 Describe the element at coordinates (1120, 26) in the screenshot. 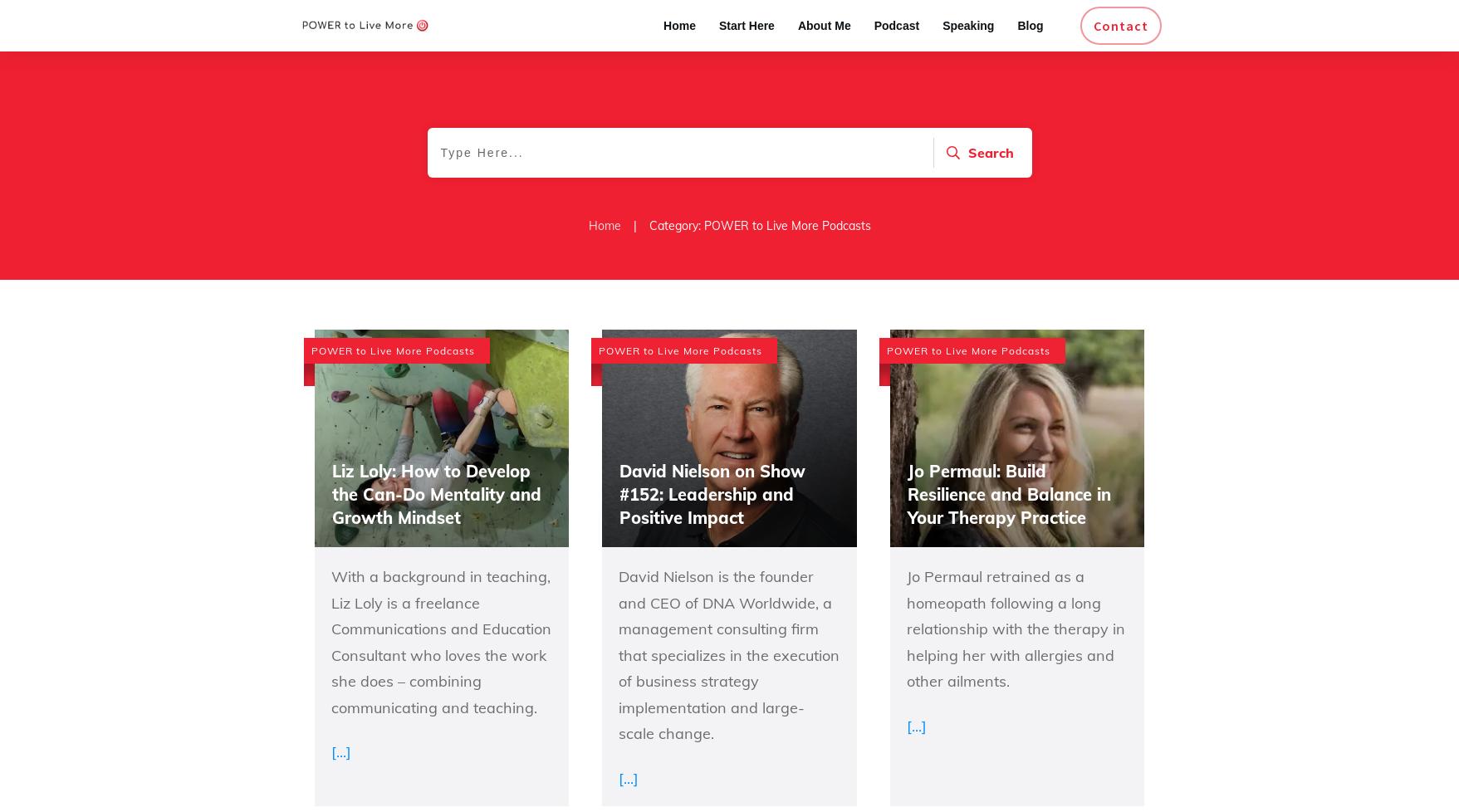

I see `'Contact'` at that location.